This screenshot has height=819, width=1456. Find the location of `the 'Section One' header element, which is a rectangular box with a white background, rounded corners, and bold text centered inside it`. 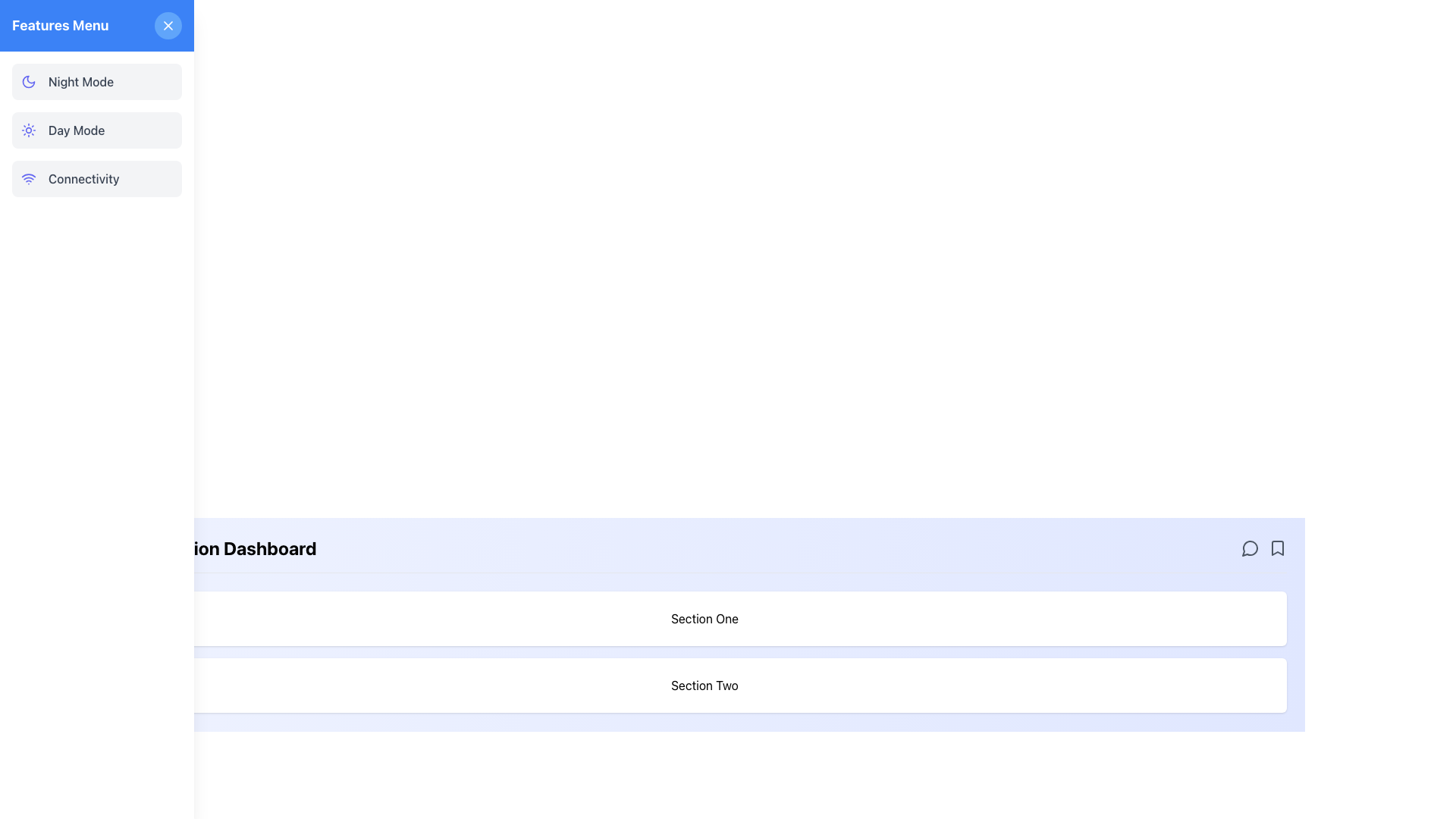

the 'Section One' header element, which is a rectangular box with a white background, rounded corners, and bold text centered inside it is located at coordinates (704, 619).